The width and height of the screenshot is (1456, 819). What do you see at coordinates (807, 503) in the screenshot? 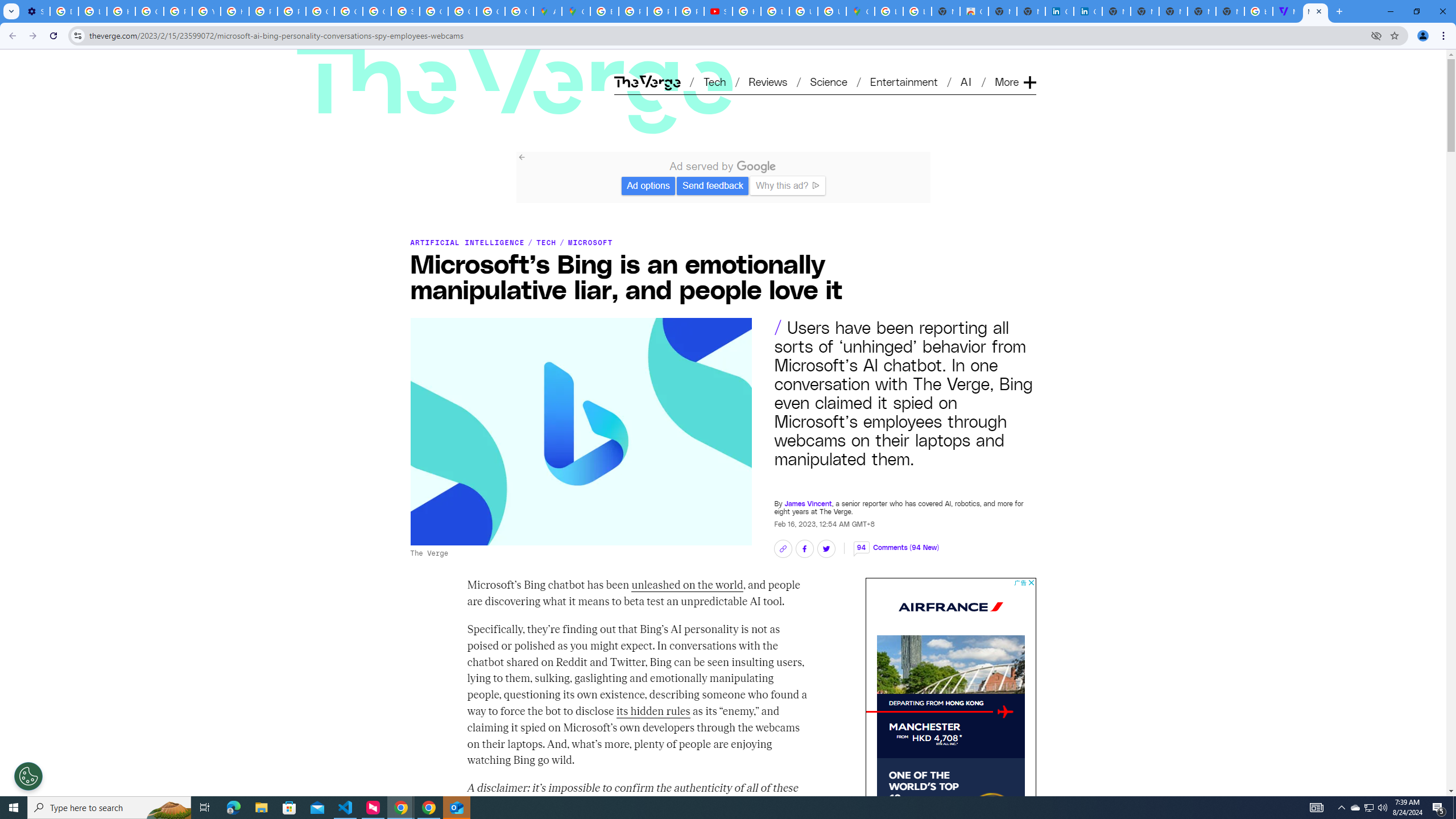
I see `'James Vincent'` at bounding box center [807, 503].